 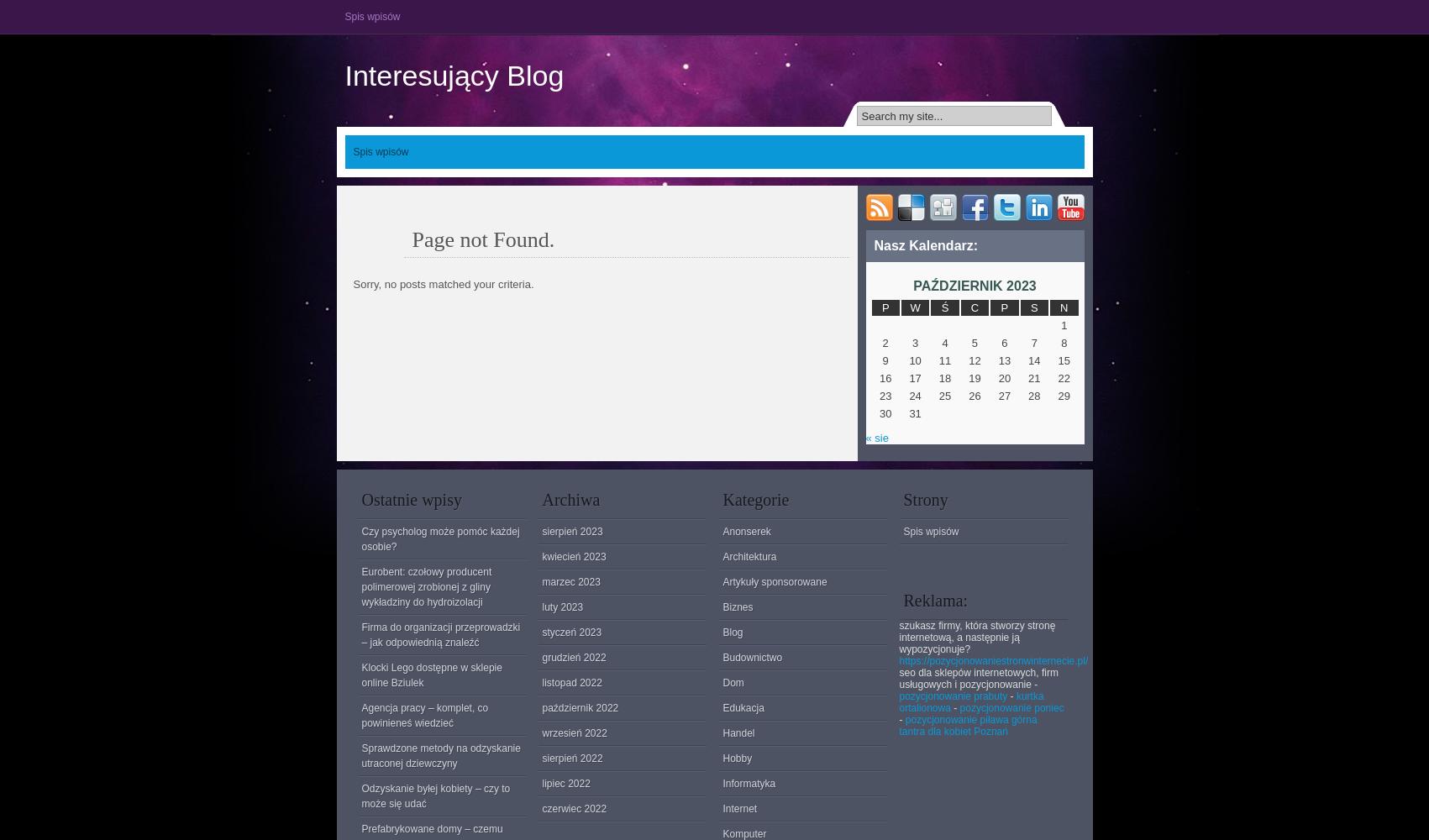 I want to click on '21', so click(x=1034, y=377).